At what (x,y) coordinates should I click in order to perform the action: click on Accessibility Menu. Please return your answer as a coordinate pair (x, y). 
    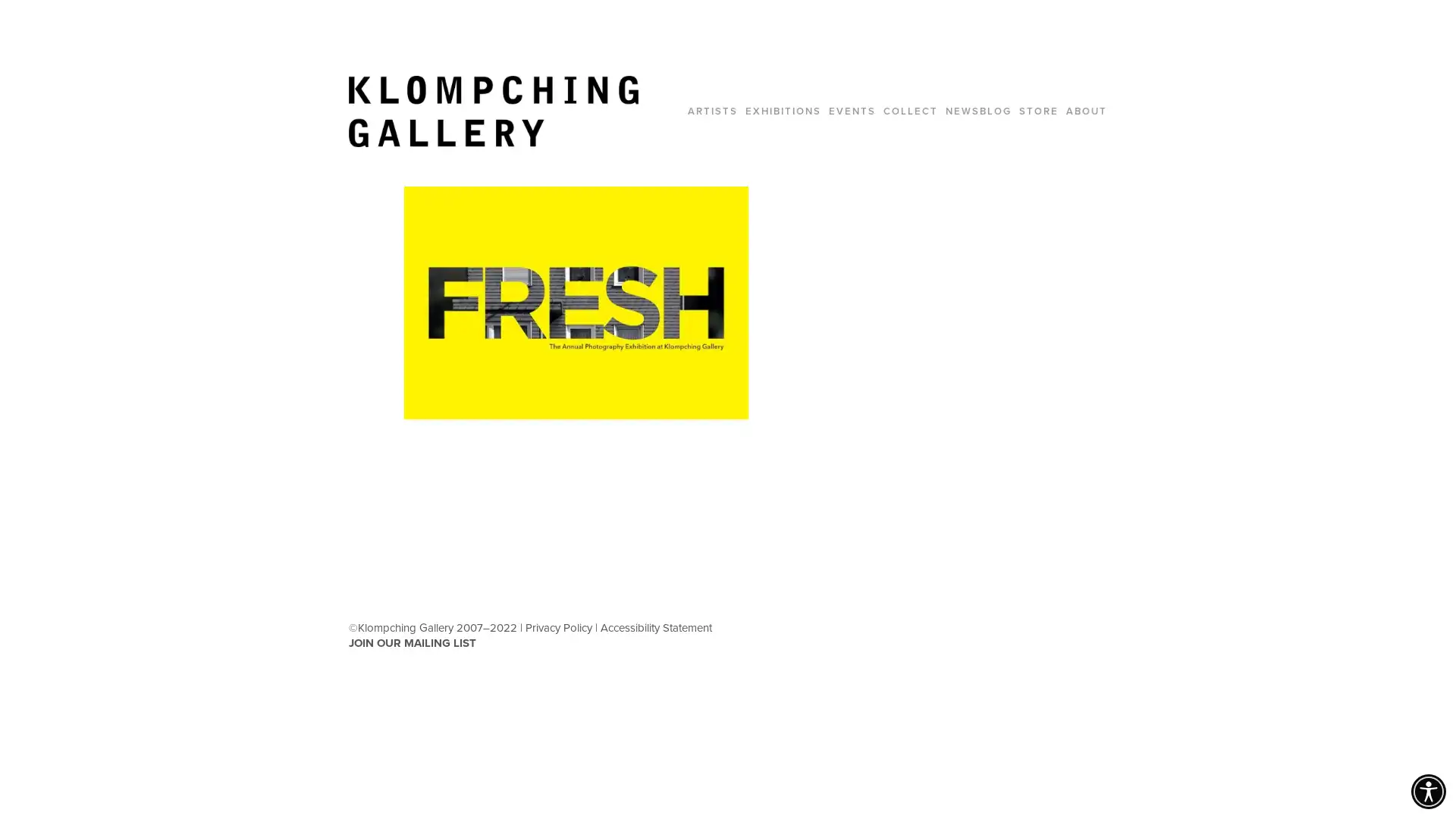
    Looking at the image, I should click on (1427, 791).